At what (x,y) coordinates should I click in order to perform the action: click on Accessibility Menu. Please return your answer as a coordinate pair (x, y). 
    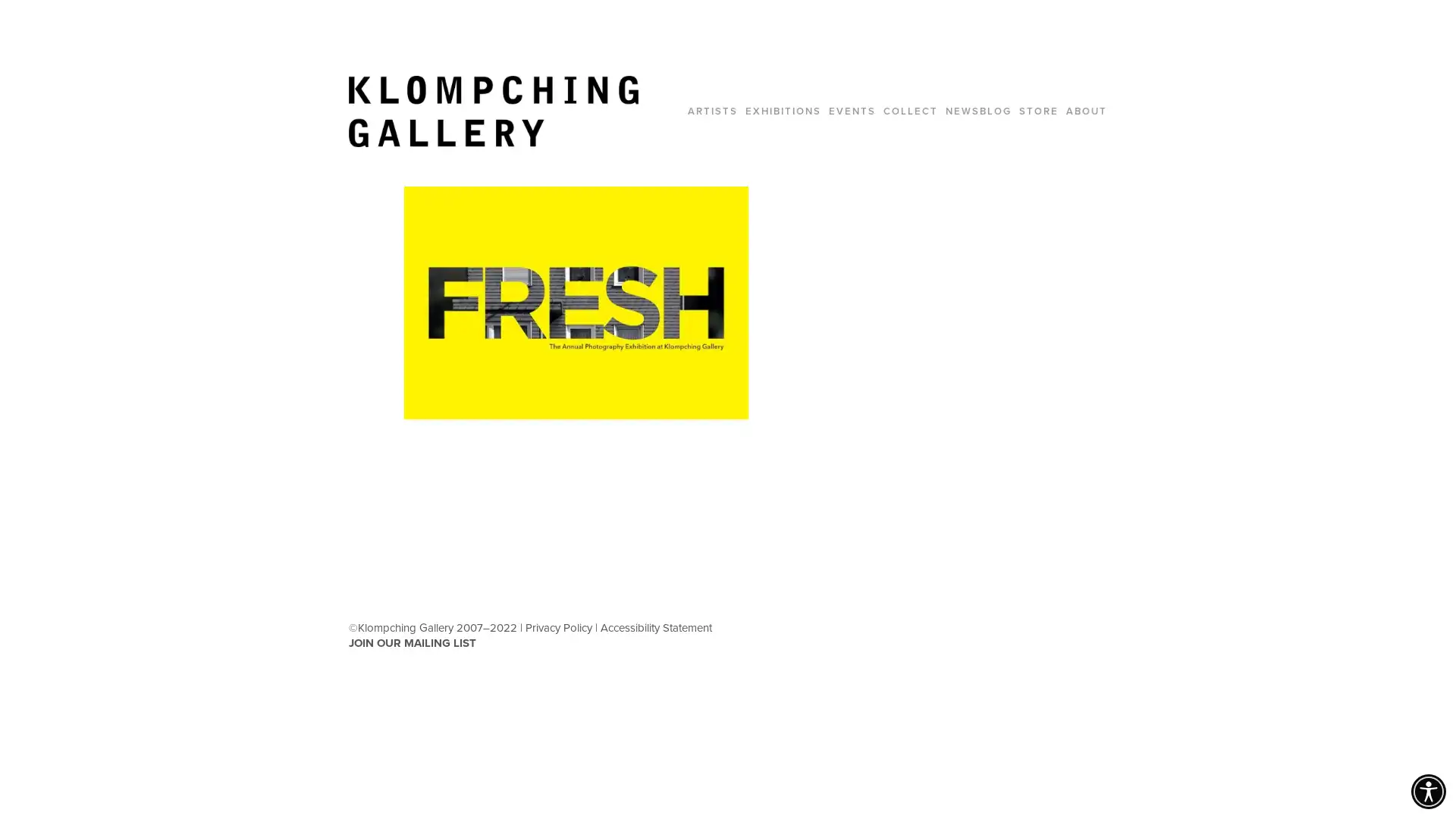
    Looking at the image, I should click on (1427, 791).